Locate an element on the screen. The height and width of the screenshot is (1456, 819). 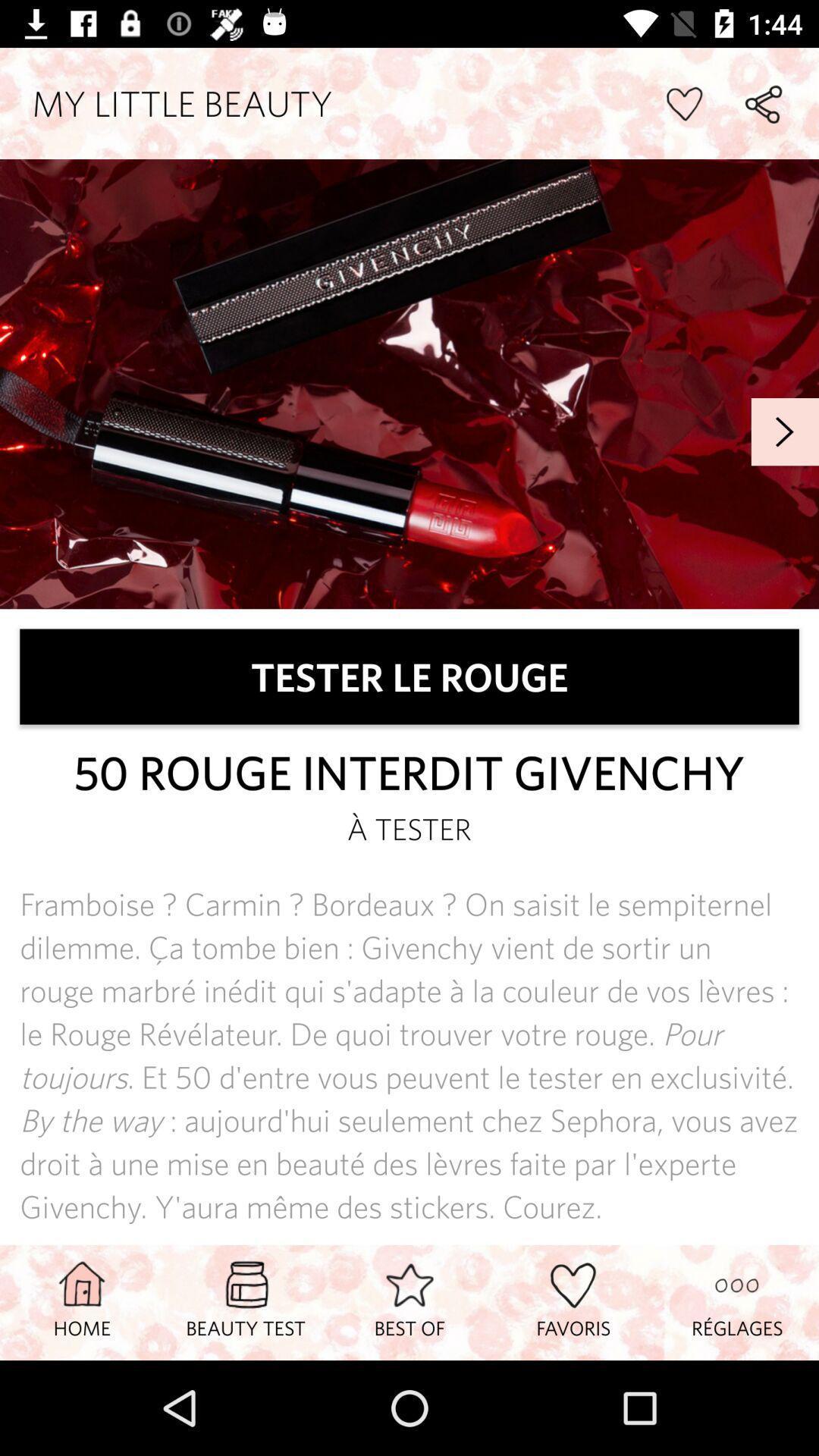
icon above tester le rouge item is located at coordinates (785, 431).